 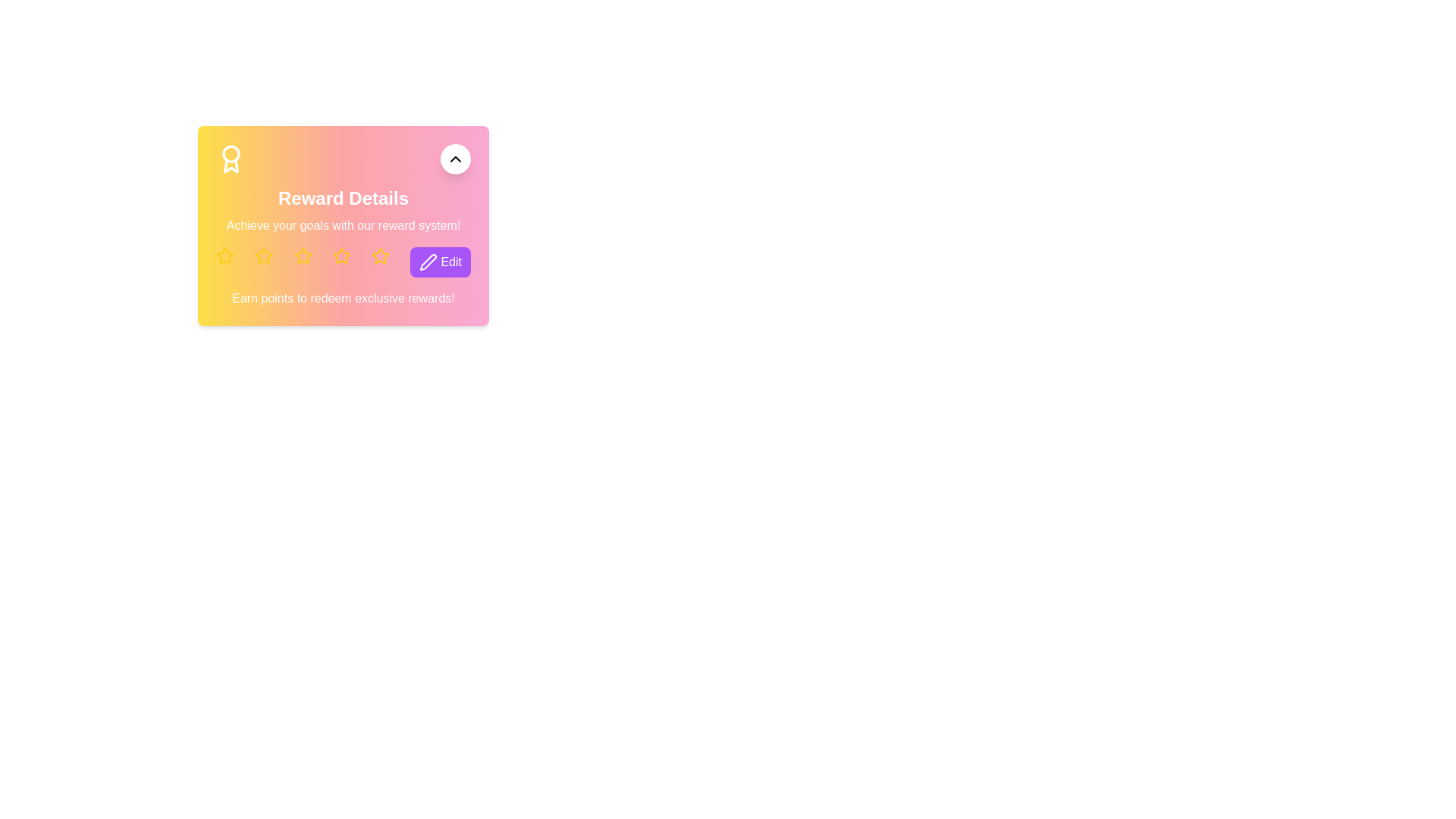 I want to click on the circular yellow icon located at the top left corner of the reward card section, so click(x=231, y=154).